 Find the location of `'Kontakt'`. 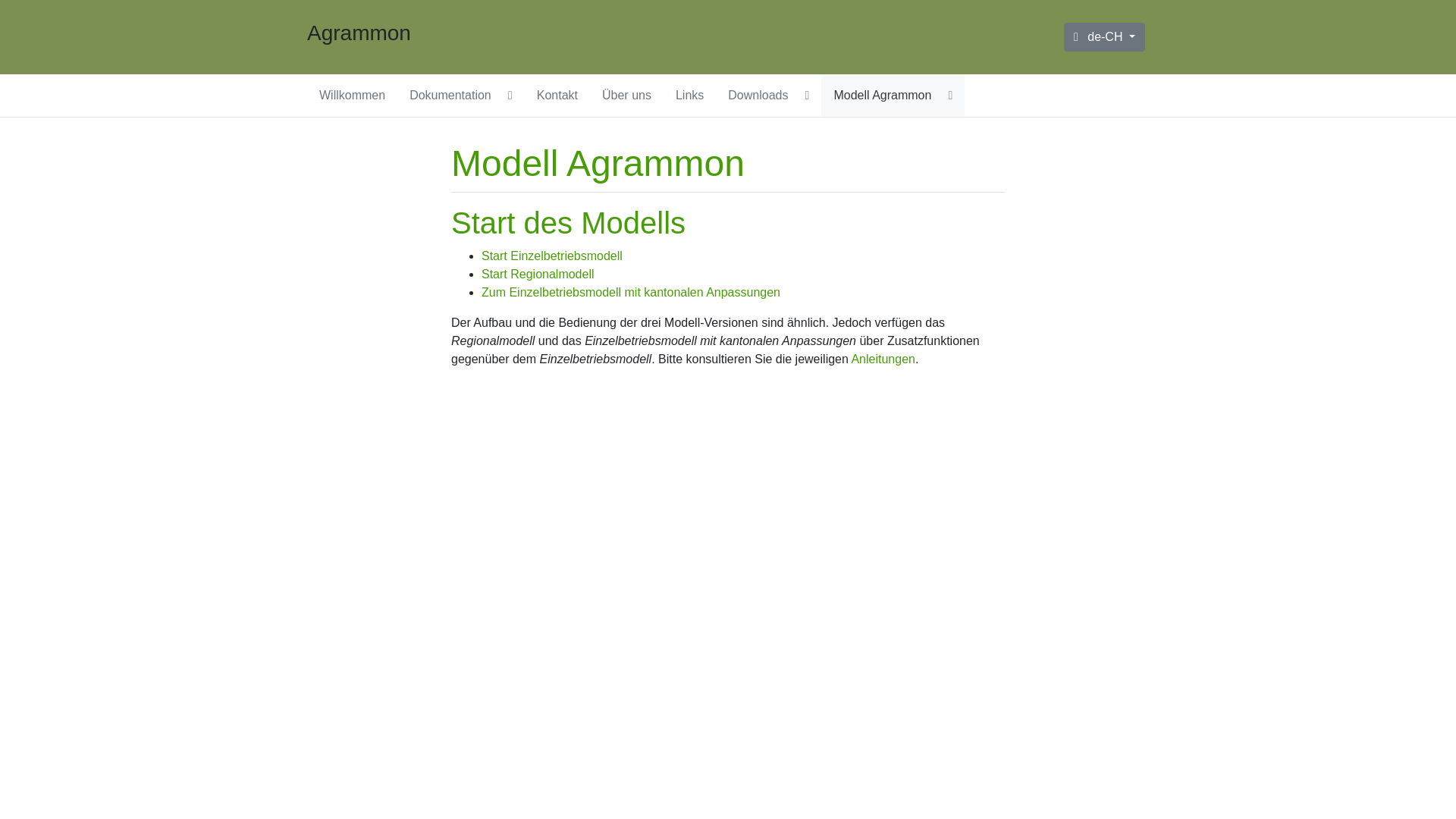

'Kontakt' is located at coordinates (556, 96).